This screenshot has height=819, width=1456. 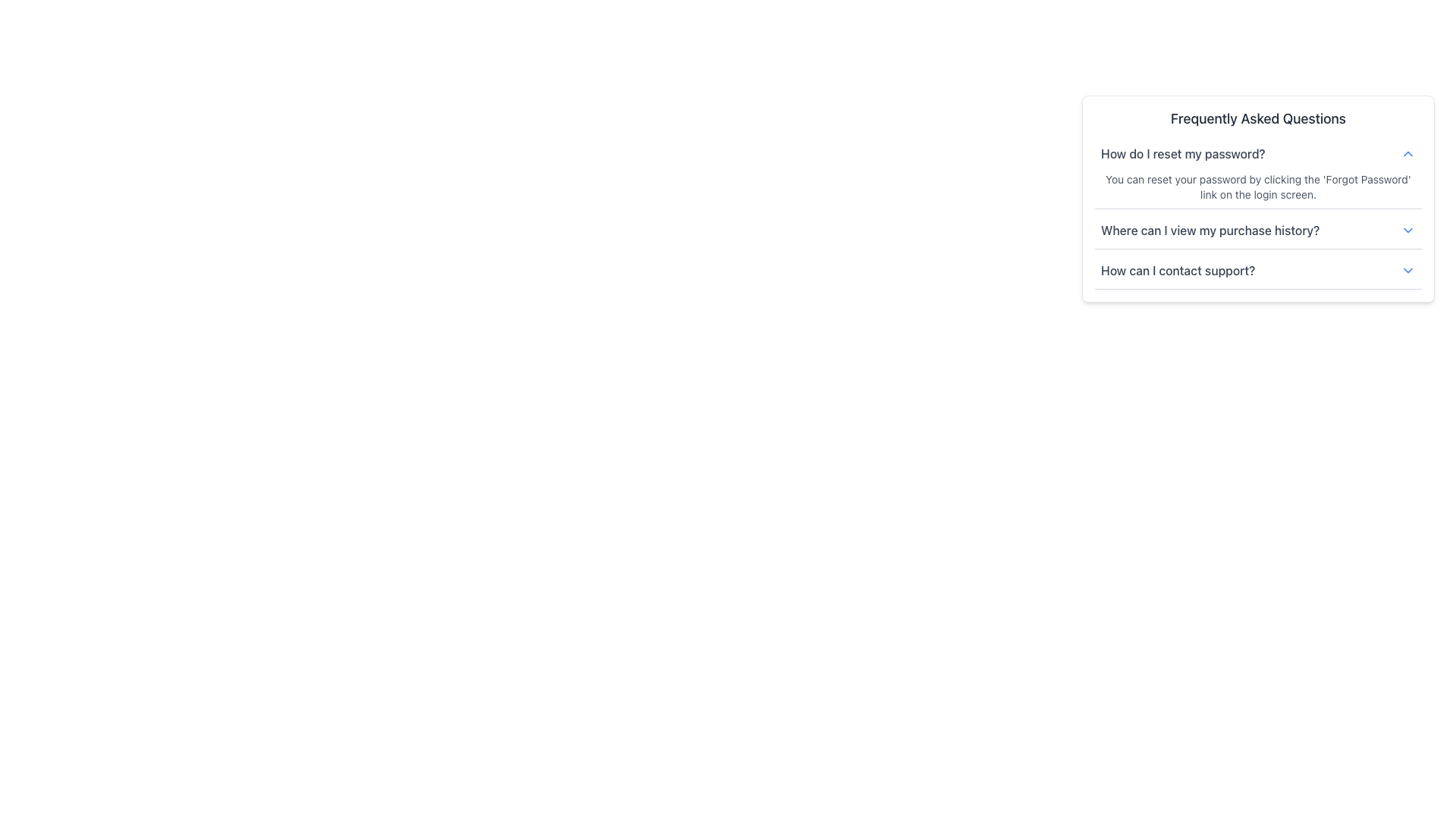 What do you see at coordinates (1177, 270) in the screenshot?
I see `the text label that reads 'How can I contact support?' which is styled in gray and is located in the FAQ panel` at bounding box center [1177, 270].